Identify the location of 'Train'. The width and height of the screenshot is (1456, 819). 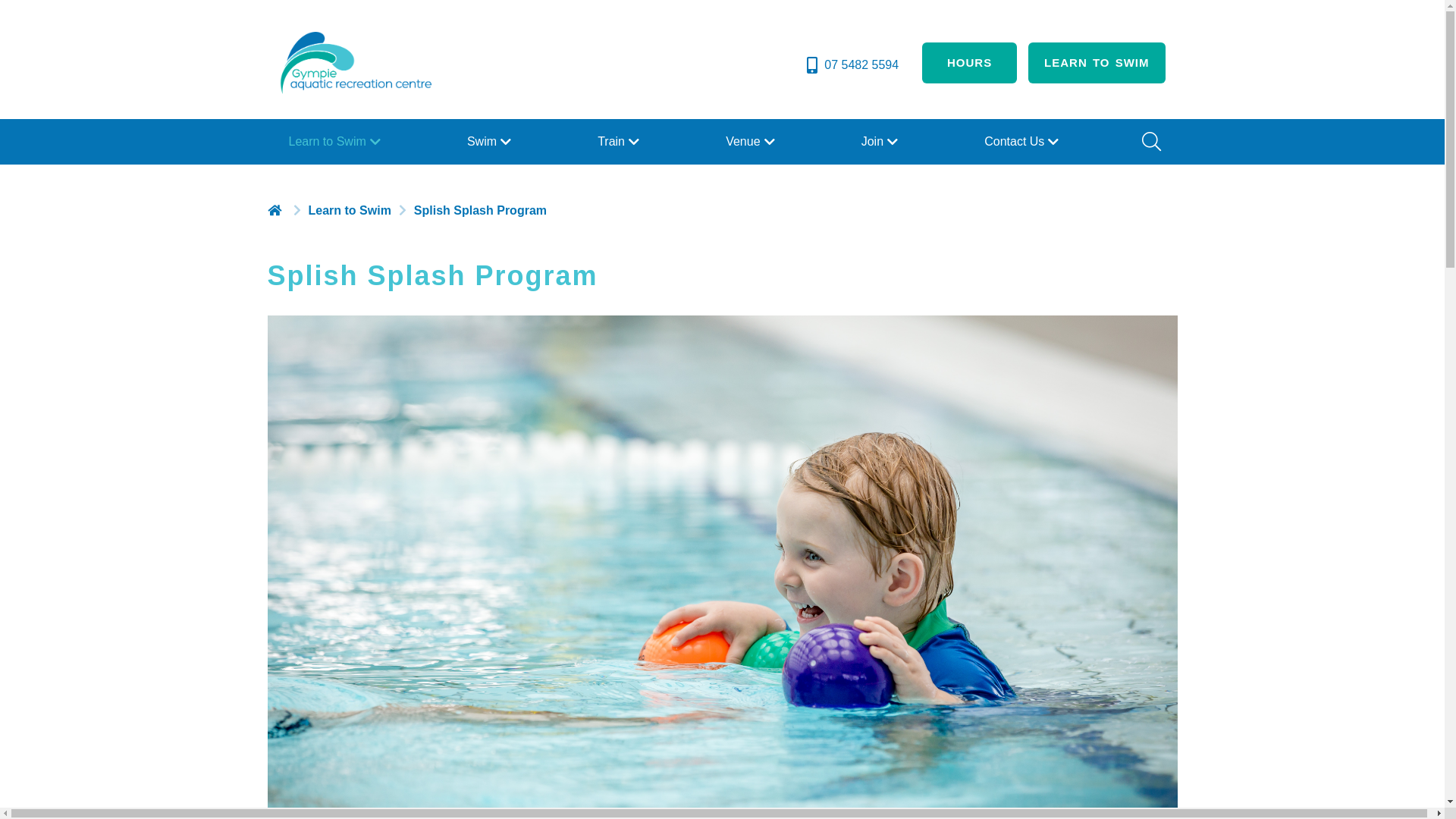
(620, 141).